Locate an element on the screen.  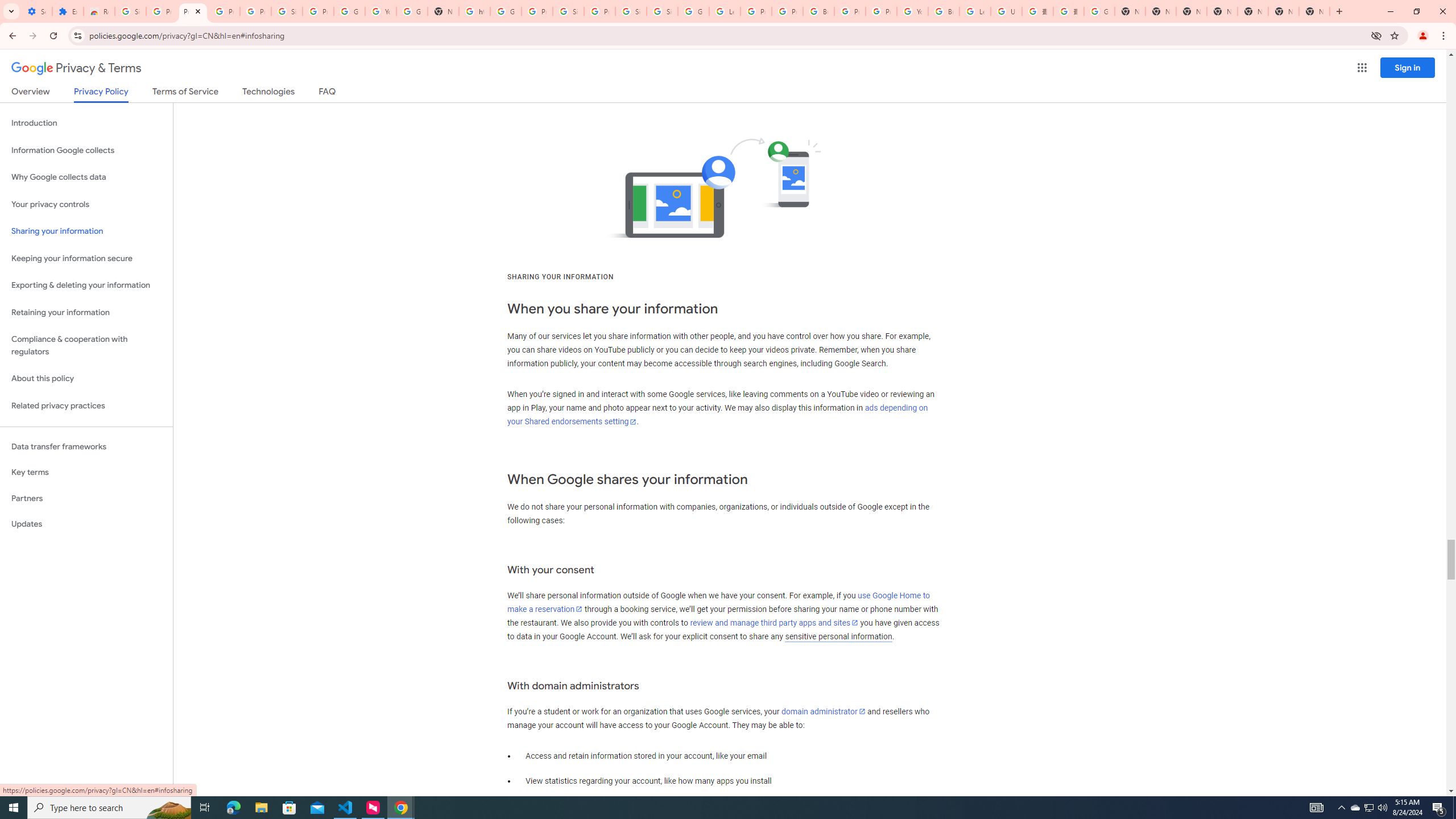
'Related privacy practices' is located at coordinates (86, 405).